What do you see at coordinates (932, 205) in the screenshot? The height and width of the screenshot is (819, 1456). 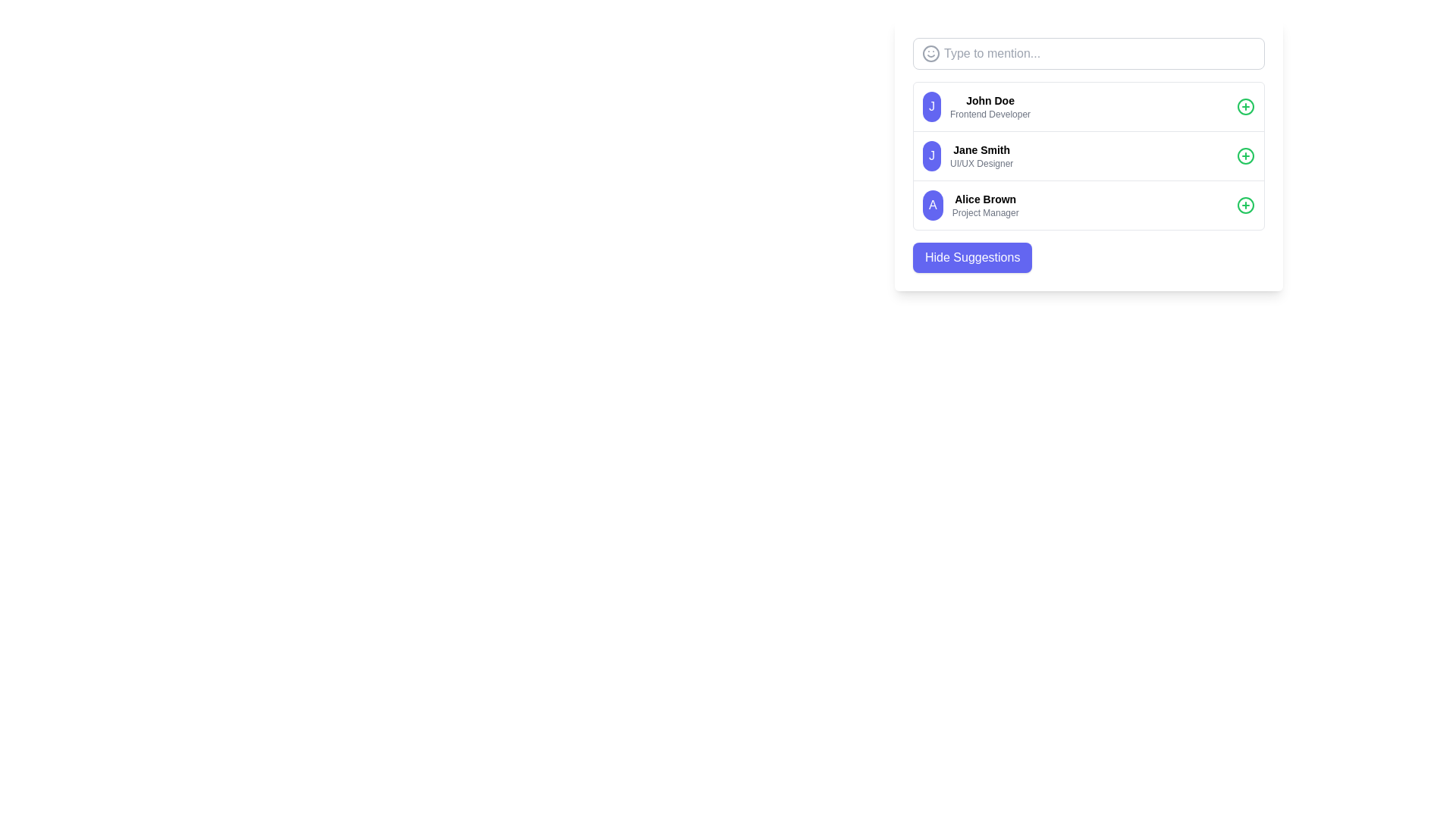 I see `the circular avatar badge representing 'Alice Brown' located at the far-left of her list item, preceding her name and title` at bounding box center [932, 205].